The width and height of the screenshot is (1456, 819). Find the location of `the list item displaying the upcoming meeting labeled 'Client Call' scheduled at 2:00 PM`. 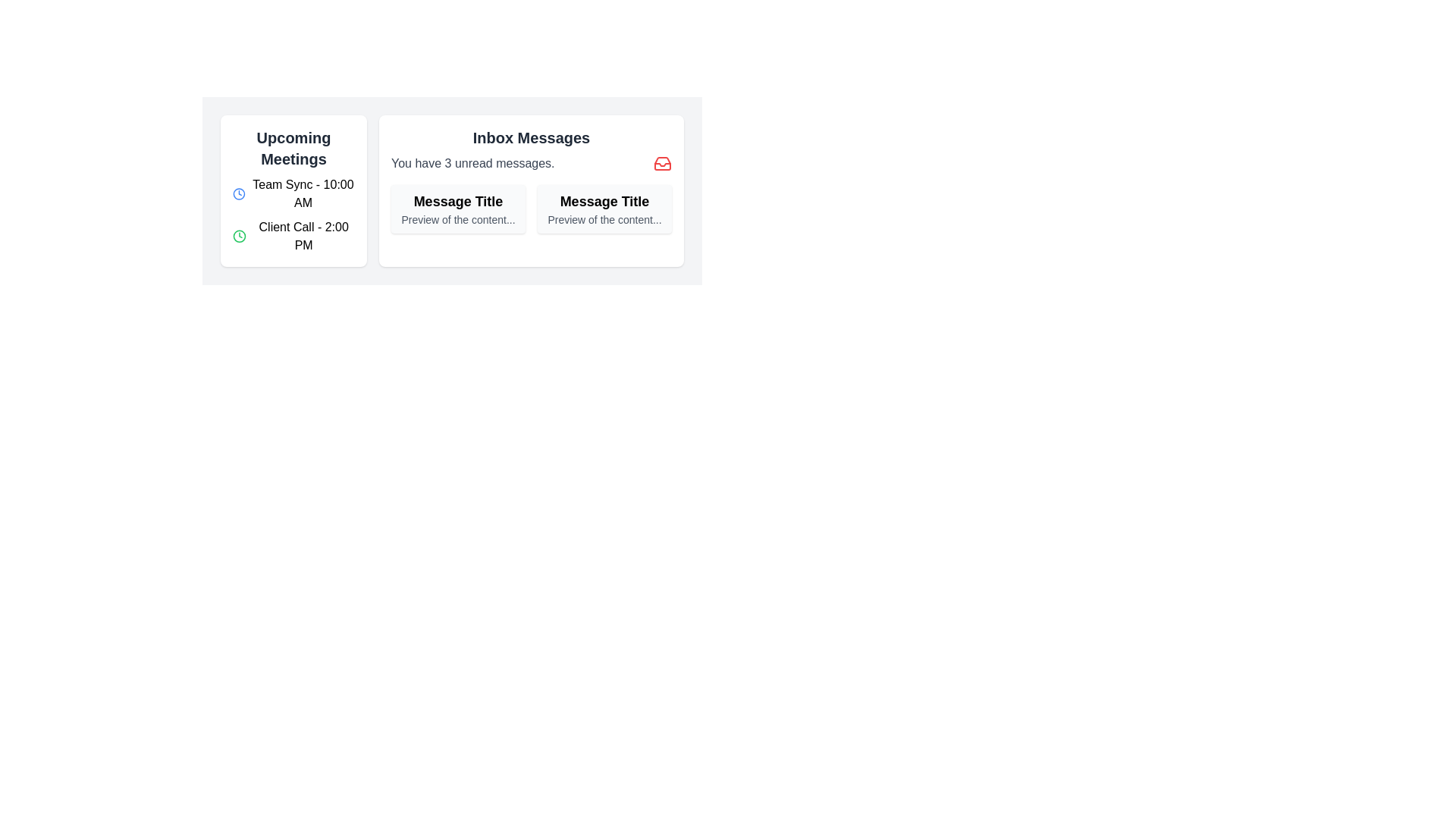

the list item displaying the upcoming meeting labeled 'Client Call' scheduled at 2:00 PM is located at coordinates (293, 237).